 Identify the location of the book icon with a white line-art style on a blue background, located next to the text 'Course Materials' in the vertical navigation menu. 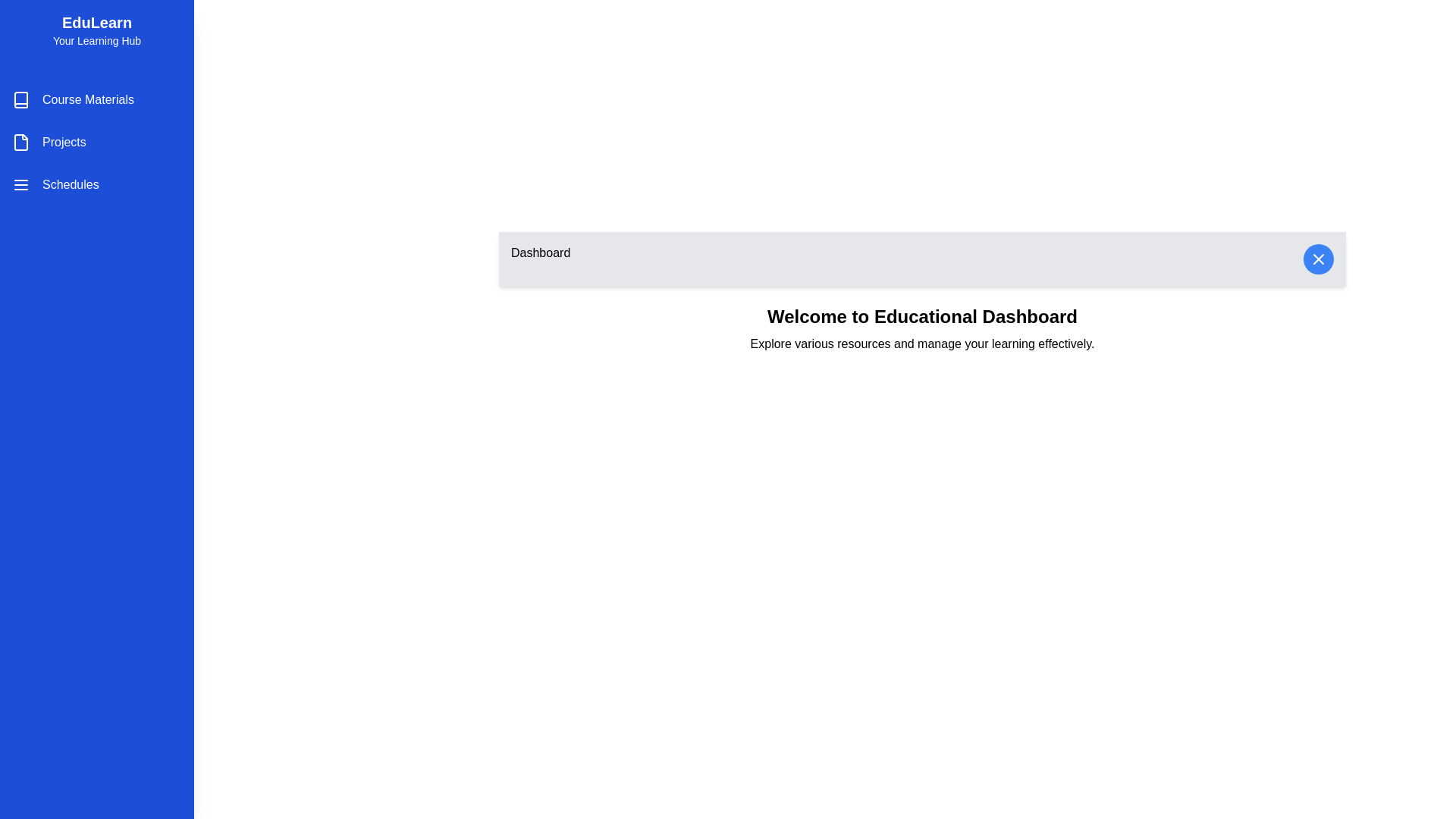
(21, 99).